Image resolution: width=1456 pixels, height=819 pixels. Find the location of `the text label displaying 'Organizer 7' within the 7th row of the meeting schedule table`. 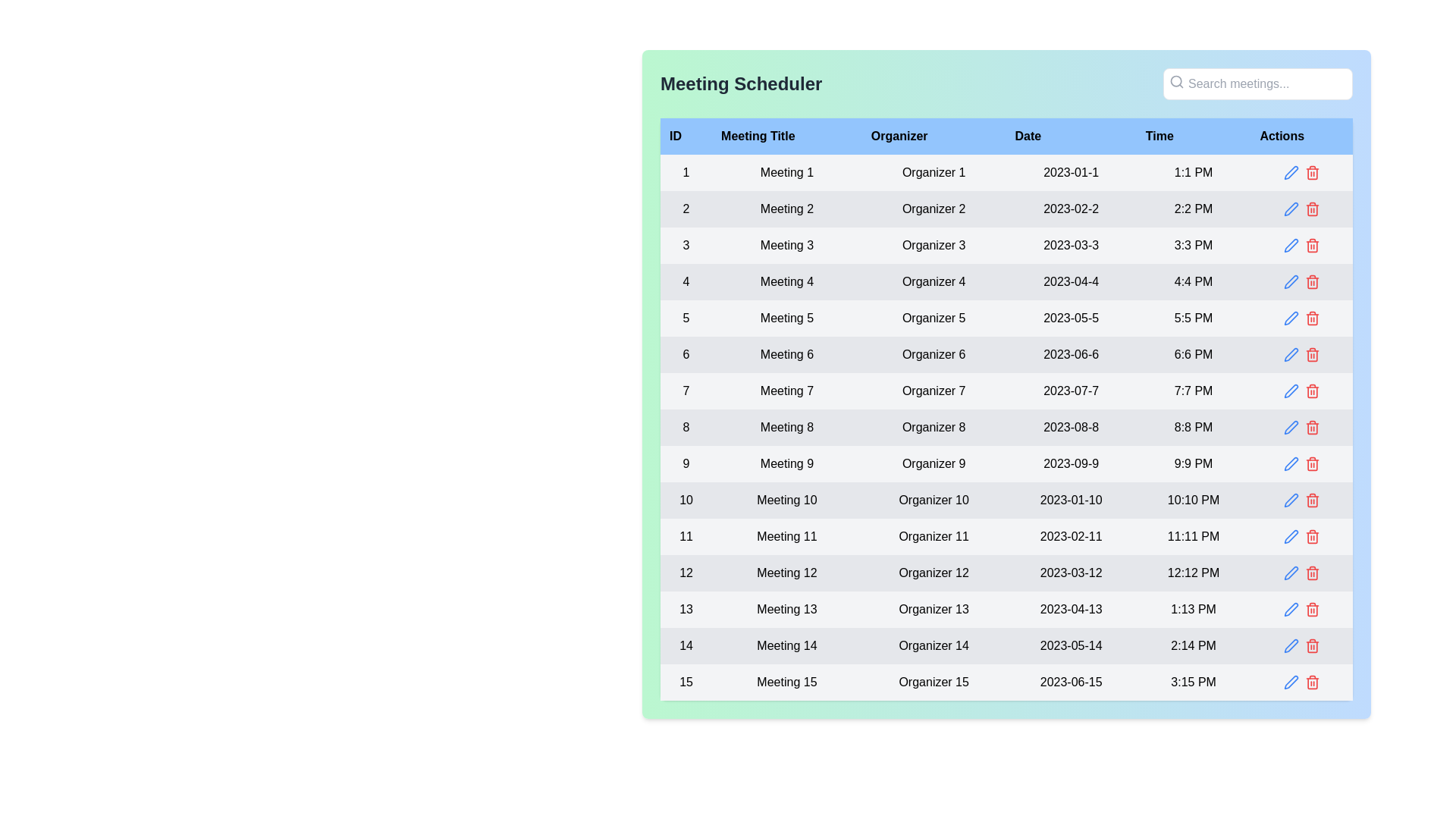

the text label displaying 'Organizer 7' within the 7th row of the meeting schedule table is located at coordinates (933, 391).